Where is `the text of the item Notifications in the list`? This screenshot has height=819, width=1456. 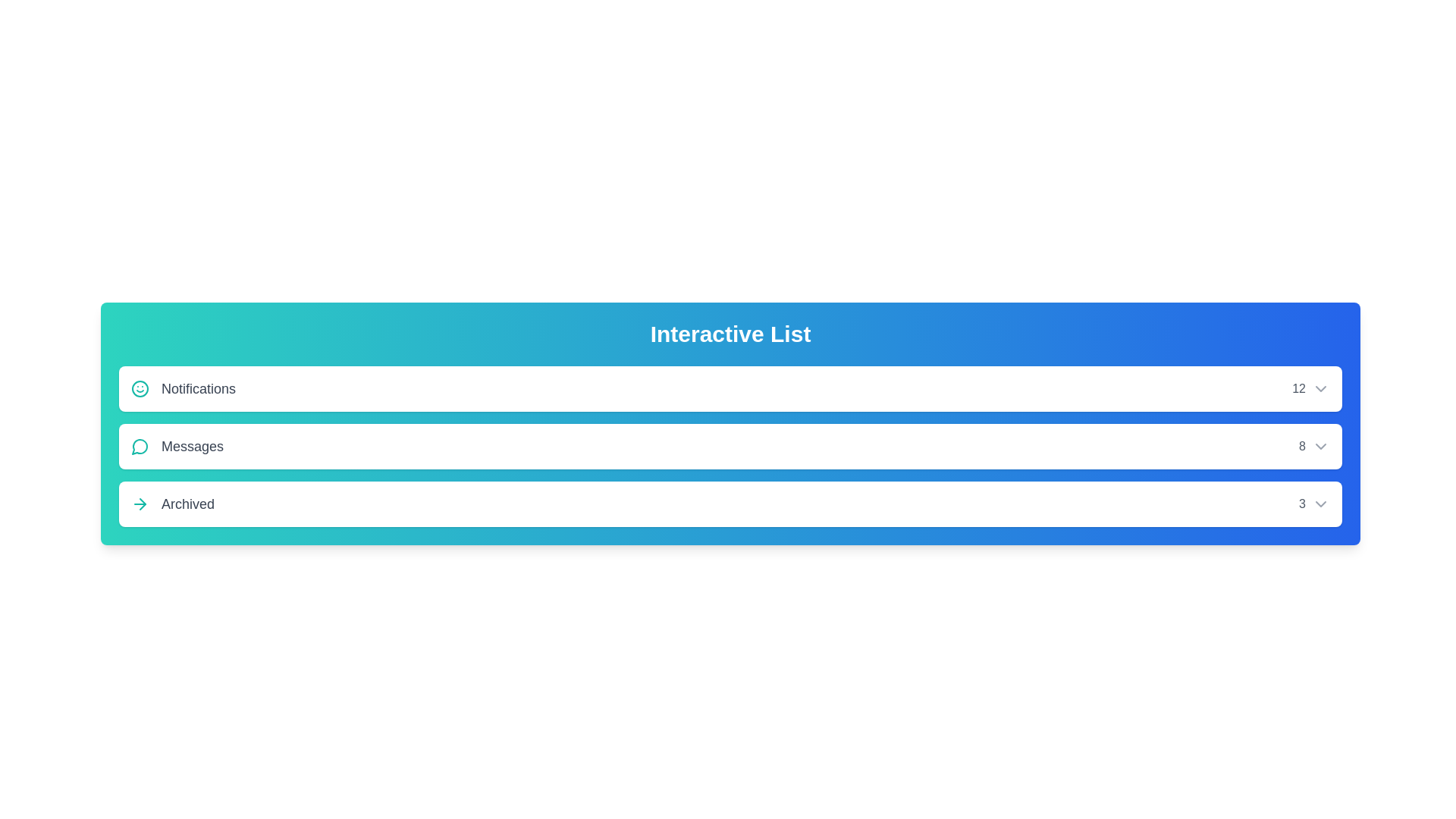
the text of the item Notifications in the list is located at coordinates (182, 388).